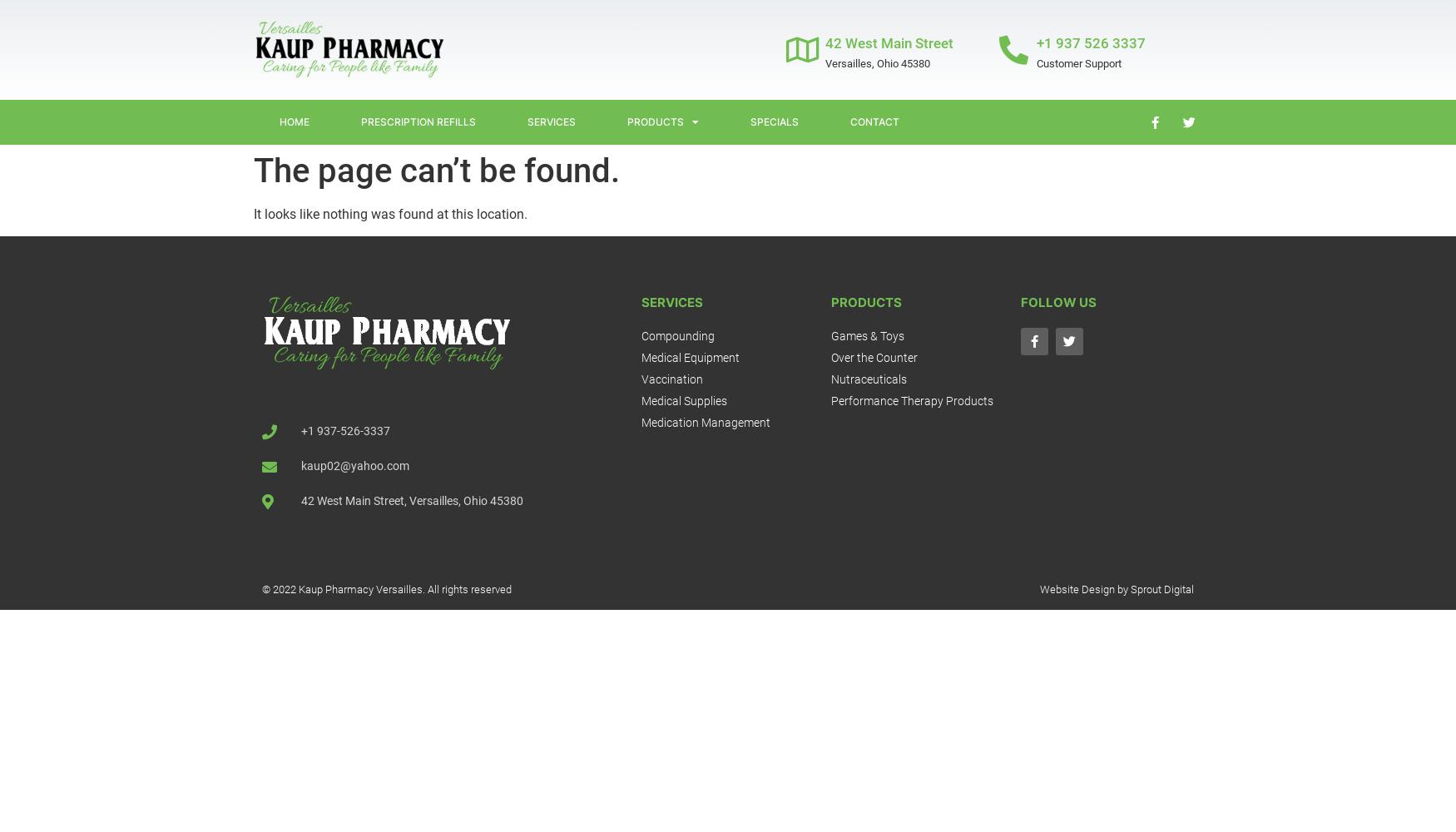 The height and width of the screenshot is (832, 1456). What do you see at coordinates (353, 466) in the screenshot?
I see `'kaup02@yahoo.com'` at bounding box center [353, 466].